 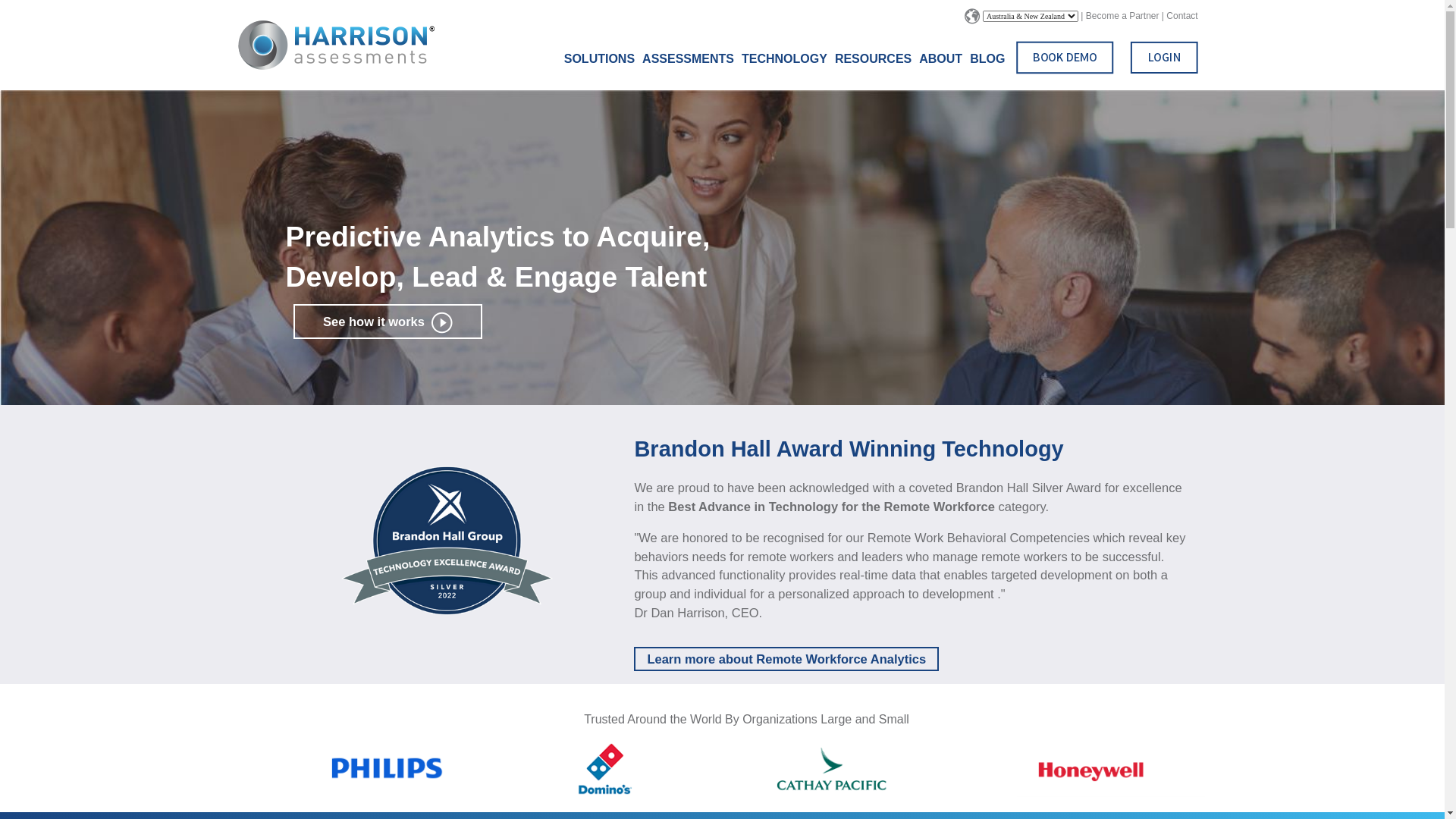 What do you see at coordinates (1084, 15) in the screenshot?
I see `'Become a Partner'` at bounding box center [1084, 15].